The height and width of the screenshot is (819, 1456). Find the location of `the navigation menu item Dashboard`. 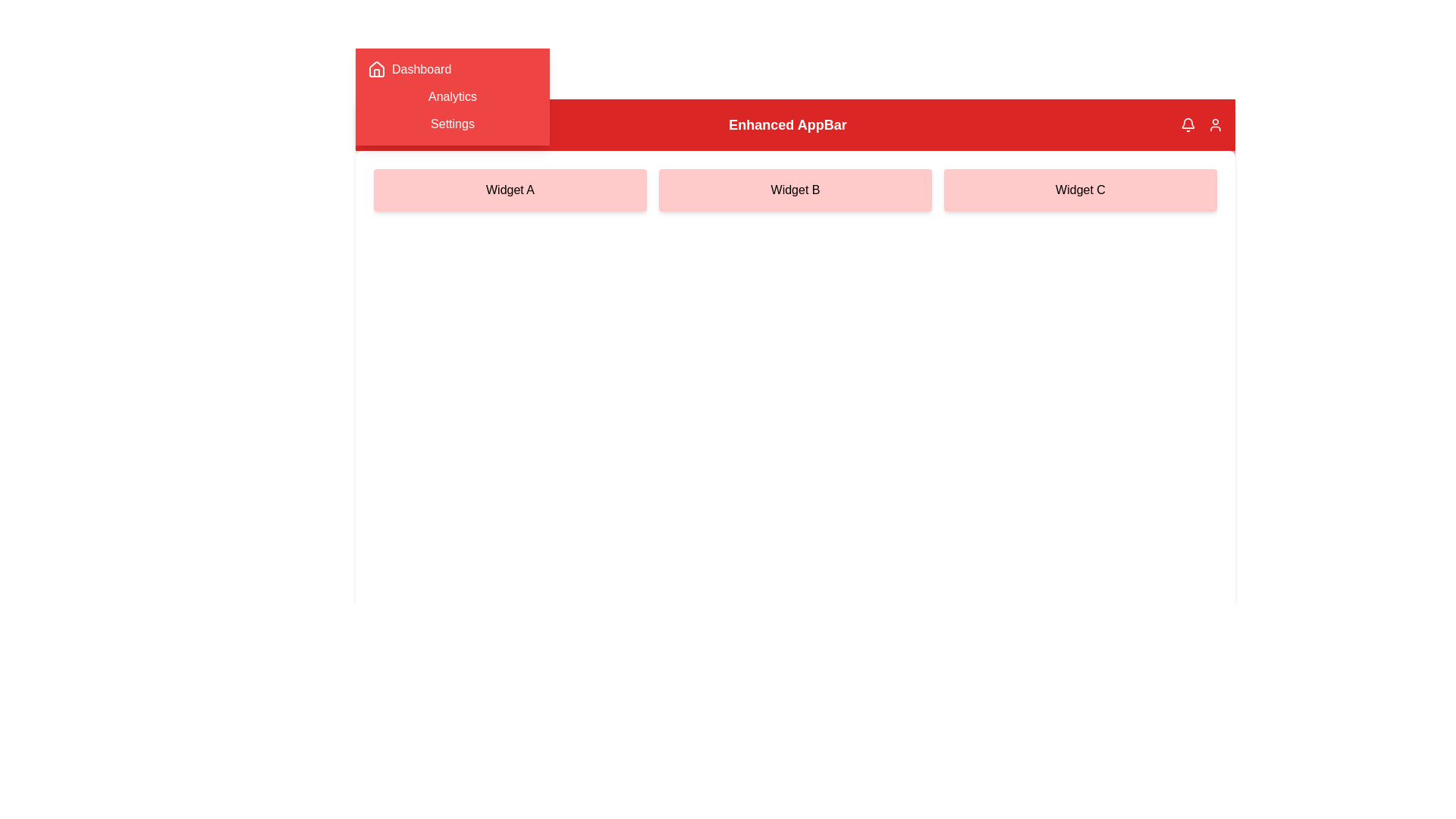

the navigation menu item Dashboard is located at coordinates (451, 70).